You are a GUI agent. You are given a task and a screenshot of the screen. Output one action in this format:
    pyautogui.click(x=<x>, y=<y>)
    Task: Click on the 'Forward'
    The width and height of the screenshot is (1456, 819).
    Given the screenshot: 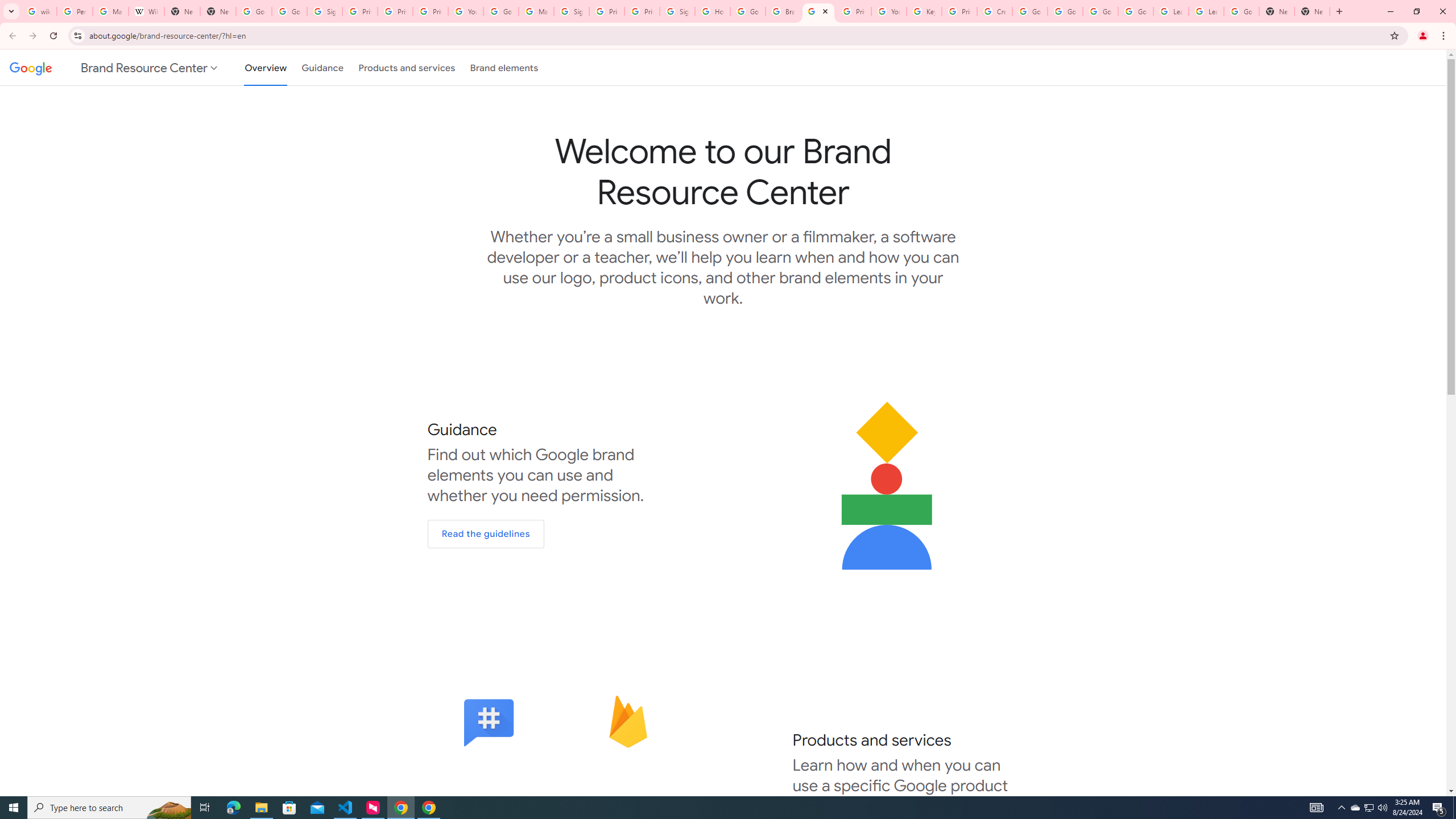 What is the action you would take?
    pyautogui.click(x=32, y=35)
    